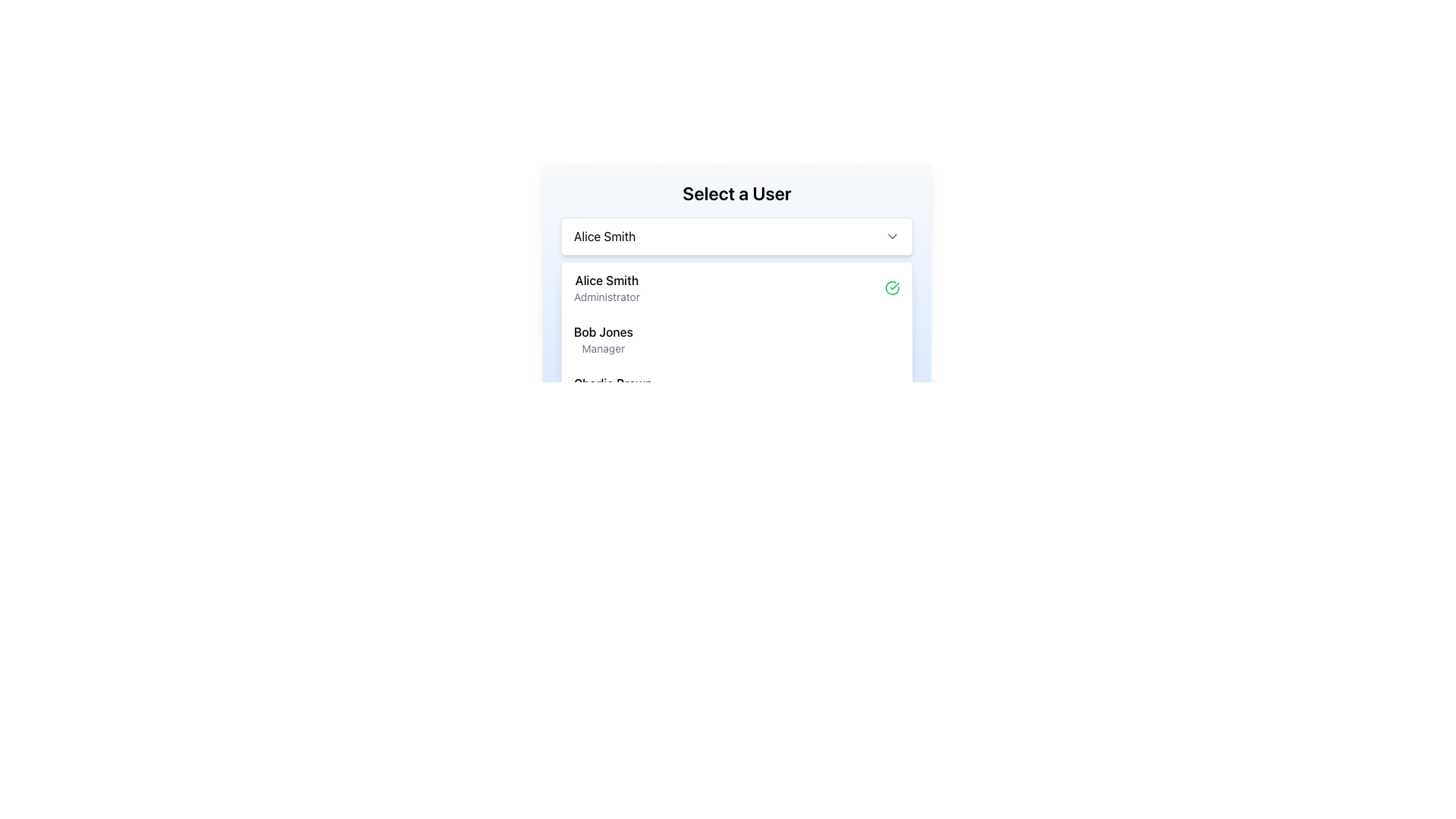 The width and height of the screenshot is (1456, 819). I want to click on the Dropdown menu trigger located beneath the title 'Select a User', so click(736, 237).